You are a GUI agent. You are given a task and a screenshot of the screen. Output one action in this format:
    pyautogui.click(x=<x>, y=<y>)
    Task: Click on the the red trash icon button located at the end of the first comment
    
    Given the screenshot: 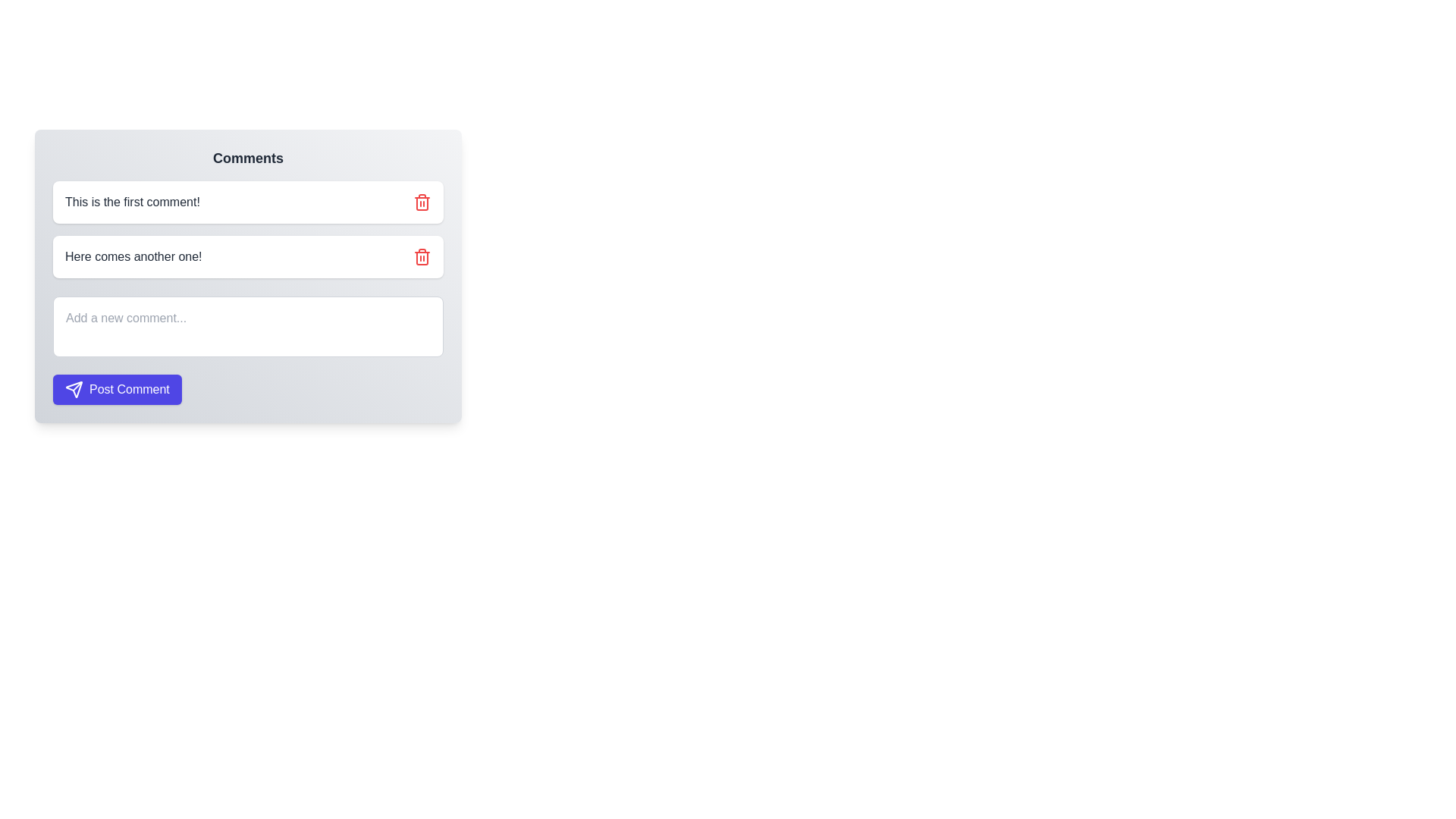 What is the action you would take?
    pyautogui.click(x=422, y=201)
    